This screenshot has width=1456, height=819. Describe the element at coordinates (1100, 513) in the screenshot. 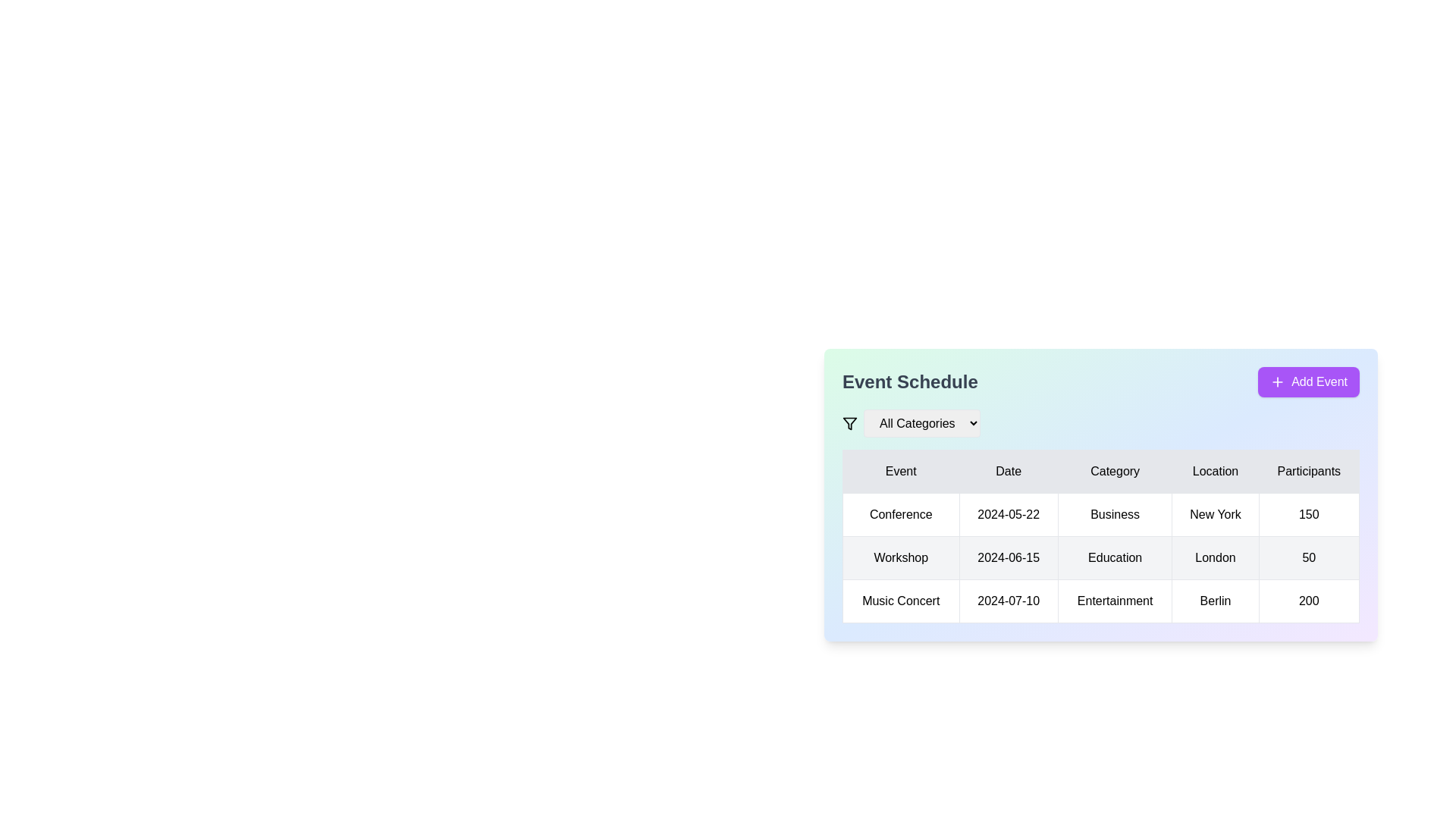

I see `the first row of the data table in the 'Event Schedule' section, which displays event details including 'Conference' and is positioned above the 'Workshop' and 'Music Concert' entries, to select it if it has dynamic behavior` at that location.